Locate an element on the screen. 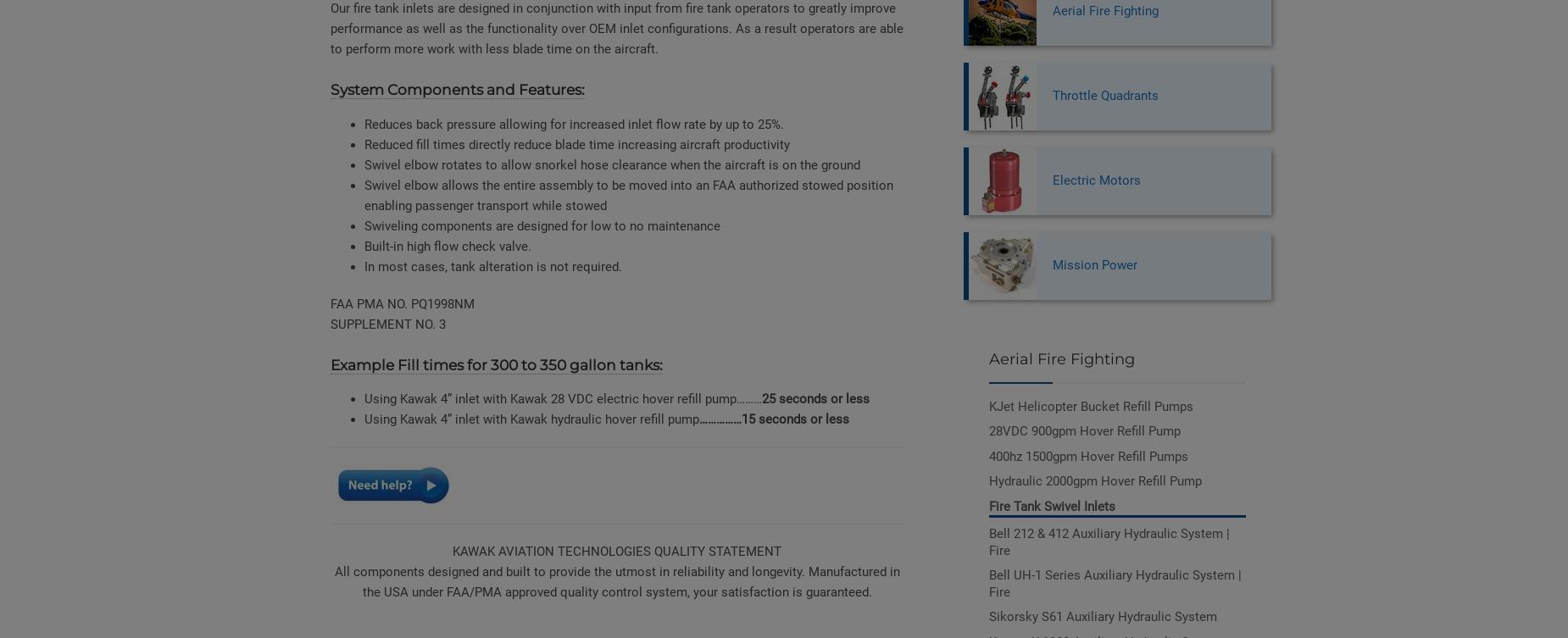  'Sikorsky S61 Auxiliary Hydraulic System' is located at coordinates (1101, 616).